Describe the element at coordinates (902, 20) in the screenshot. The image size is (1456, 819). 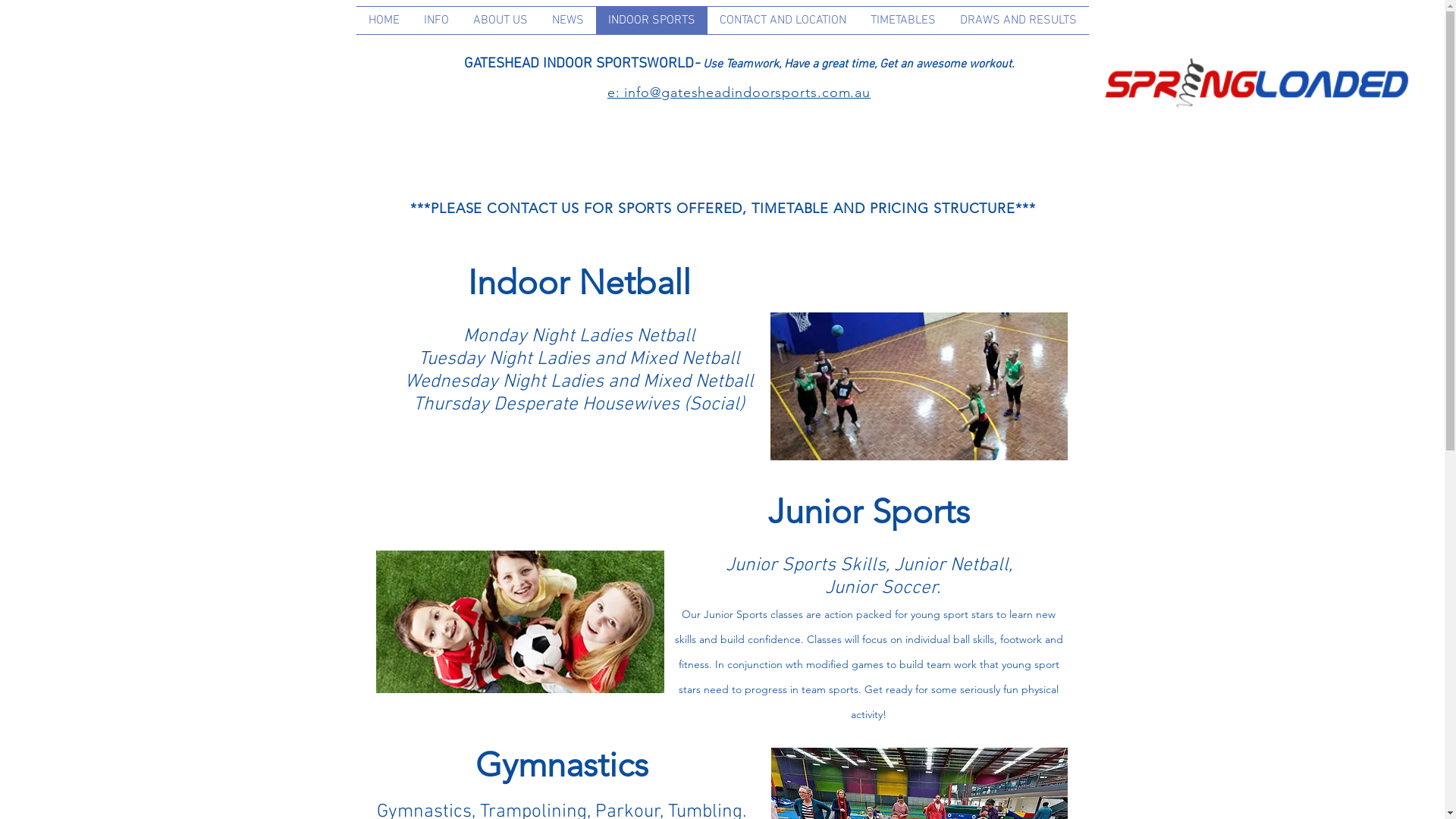
I see `'TIMETABLES'` at that location.